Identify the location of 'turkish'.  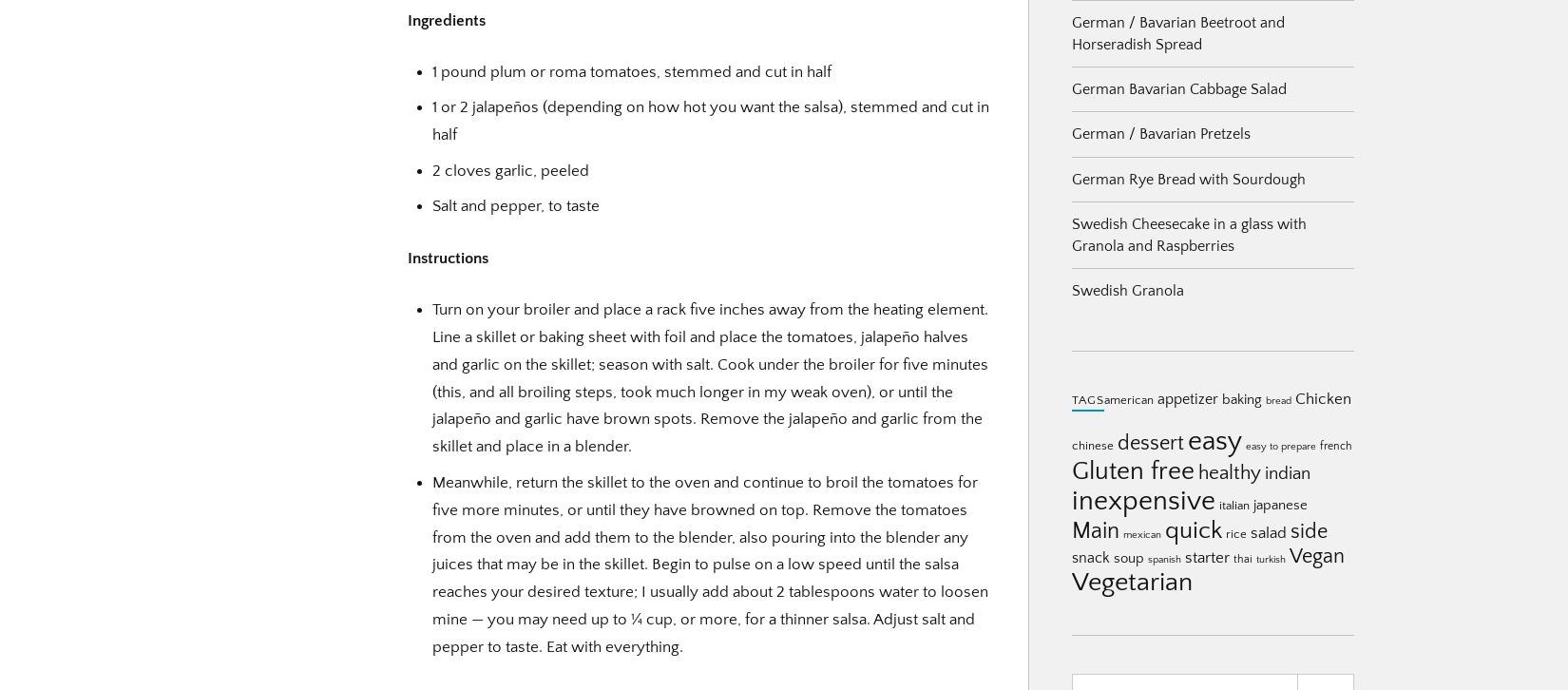
(1270, 559).